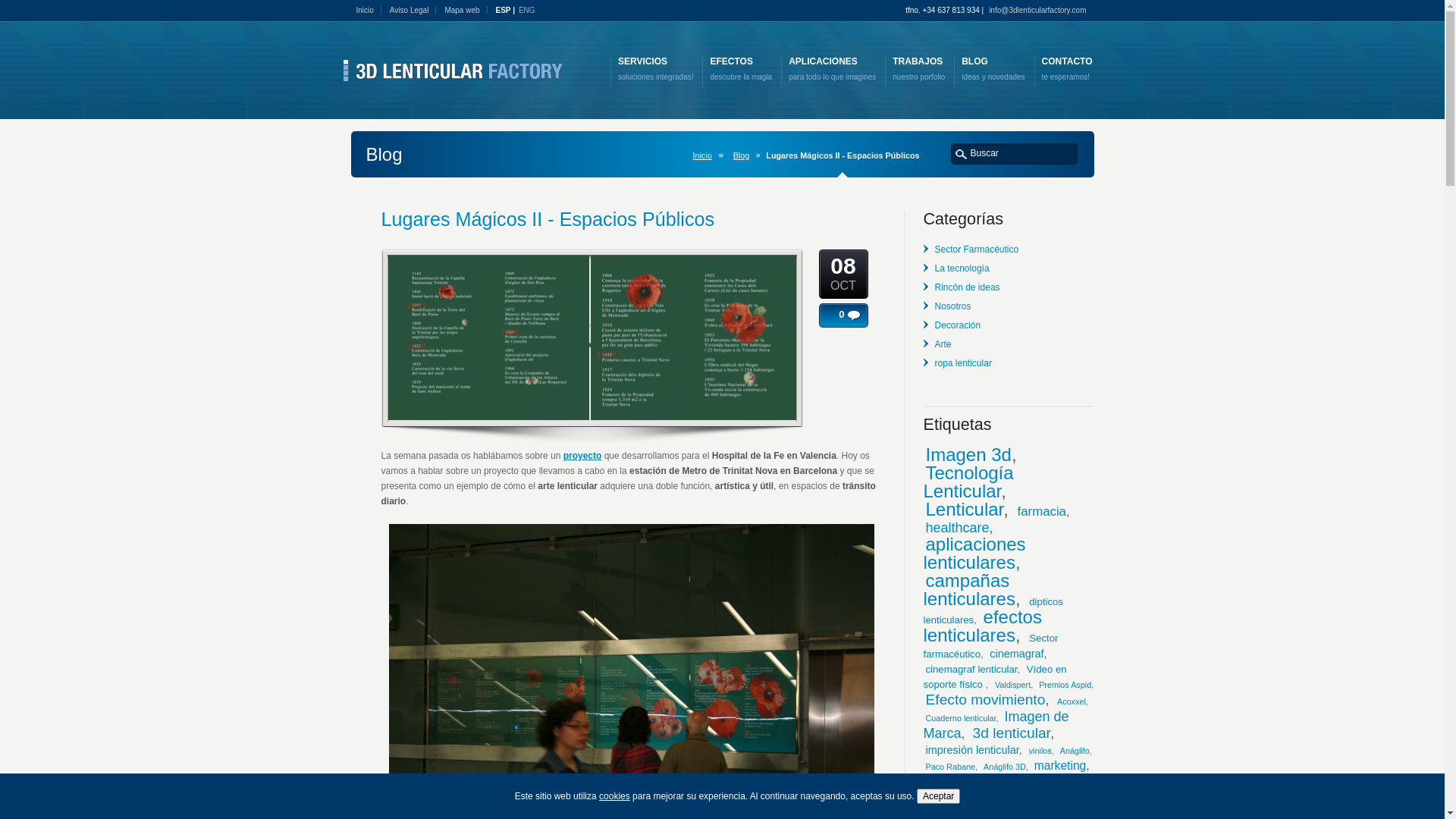 This screenshot has width=1456, height=819. Describe the element at coordinates (1040, 511) in the screenshot. I see `'farmacia'` at that location.